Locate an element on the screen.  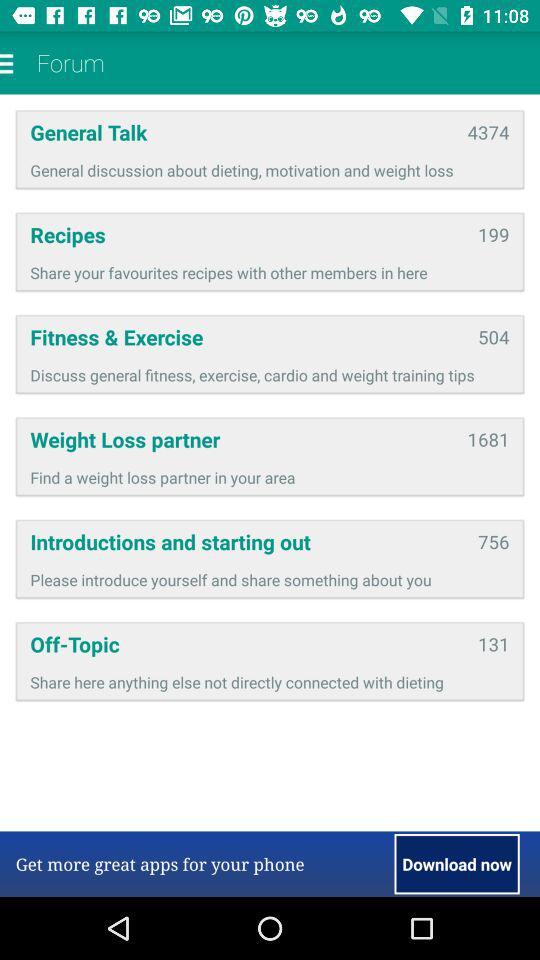
the 131 app is located at coordinates (492, 643).